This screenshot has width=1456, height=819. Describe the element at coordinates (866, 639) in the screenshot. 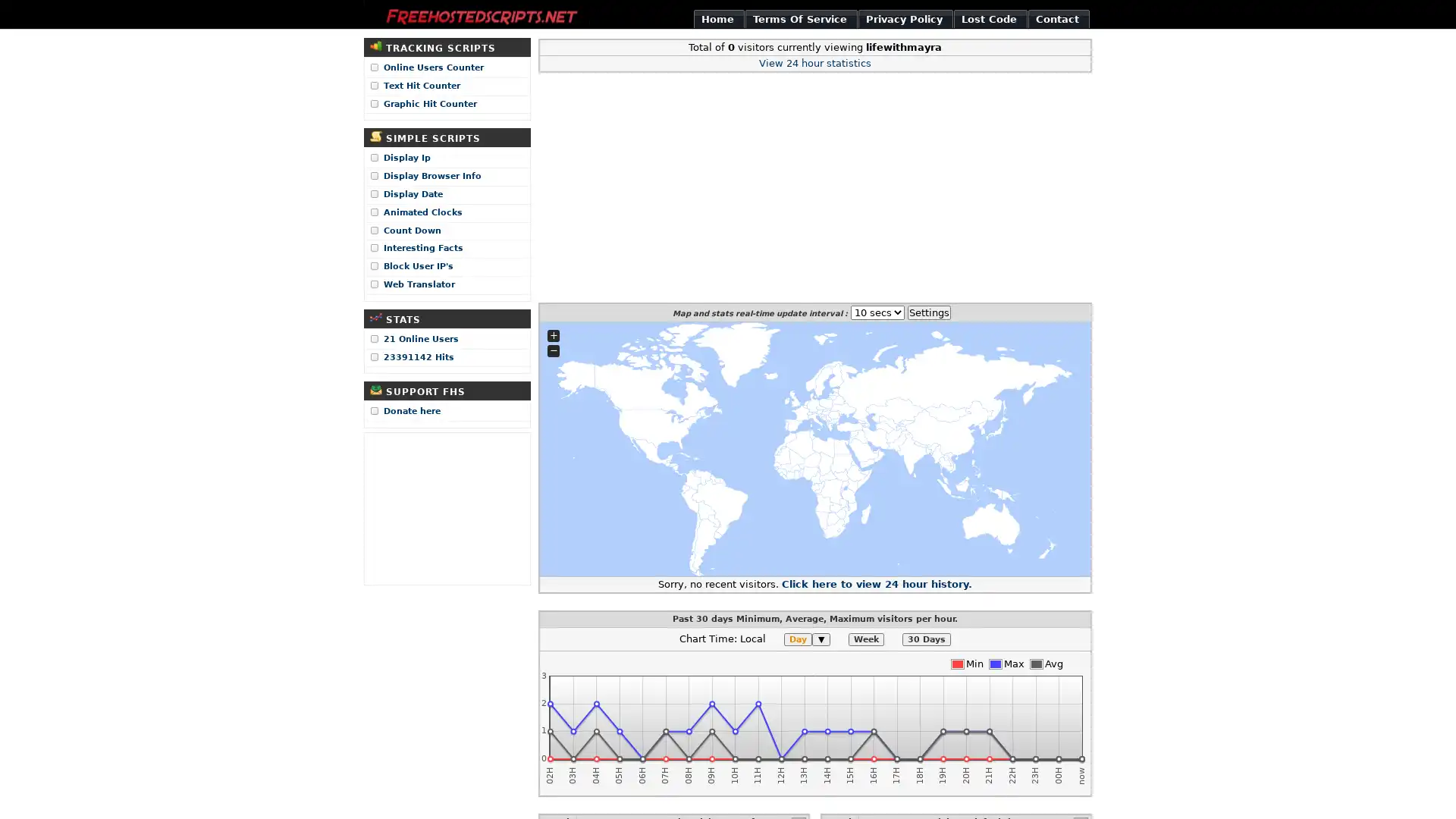

I see `Week` at that location.